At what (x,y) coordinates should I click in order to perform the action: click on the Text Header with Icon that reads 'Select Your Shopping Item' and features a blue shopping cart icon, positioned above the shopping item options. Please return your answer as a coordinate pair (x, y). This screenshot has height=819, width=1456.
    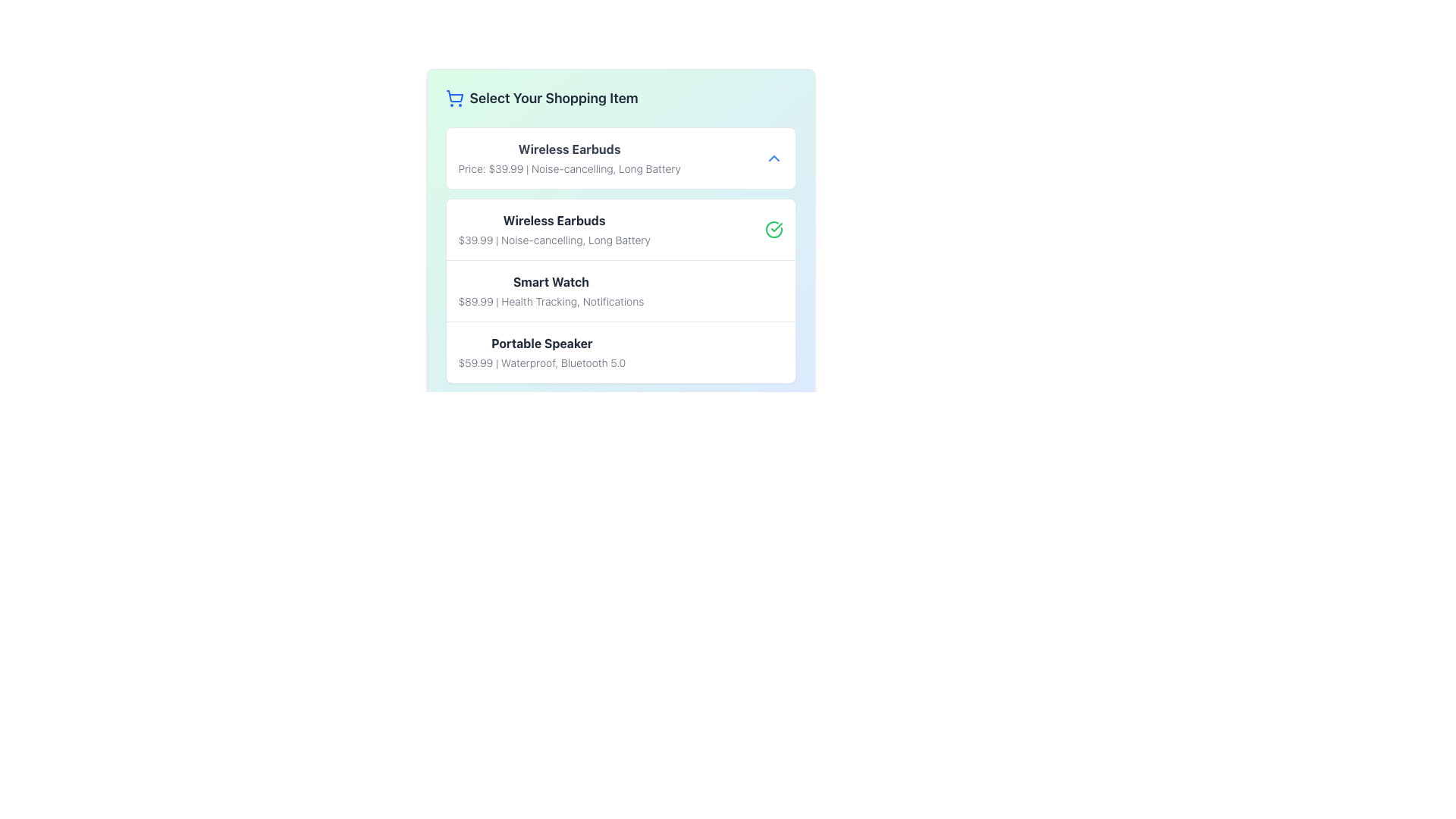
    Looking at the image, I should click on (620, 99).